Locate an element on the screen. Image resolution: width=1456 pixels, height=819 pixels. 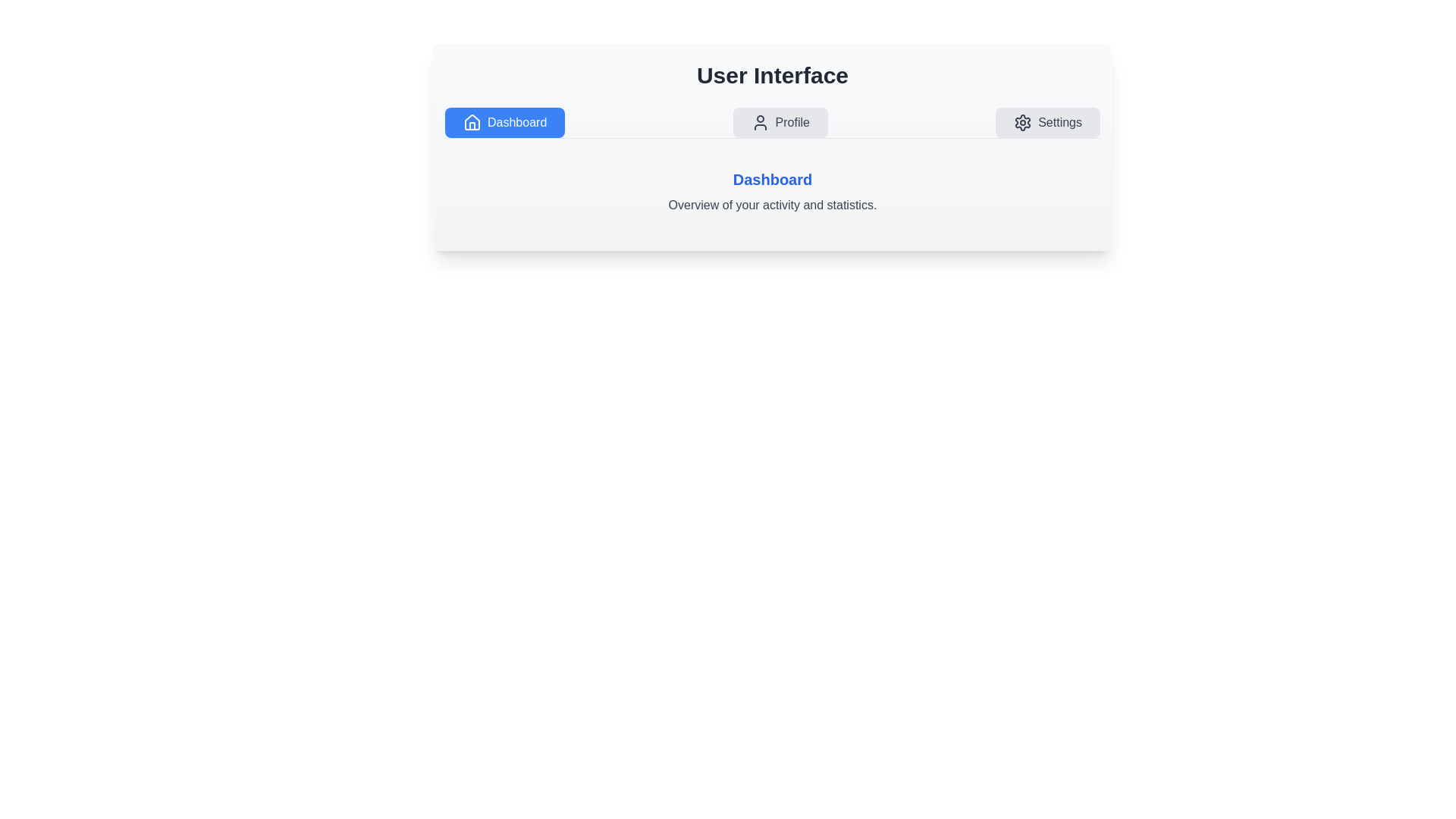
the Settings tab to view its content is located at coordinates (1047, 122).